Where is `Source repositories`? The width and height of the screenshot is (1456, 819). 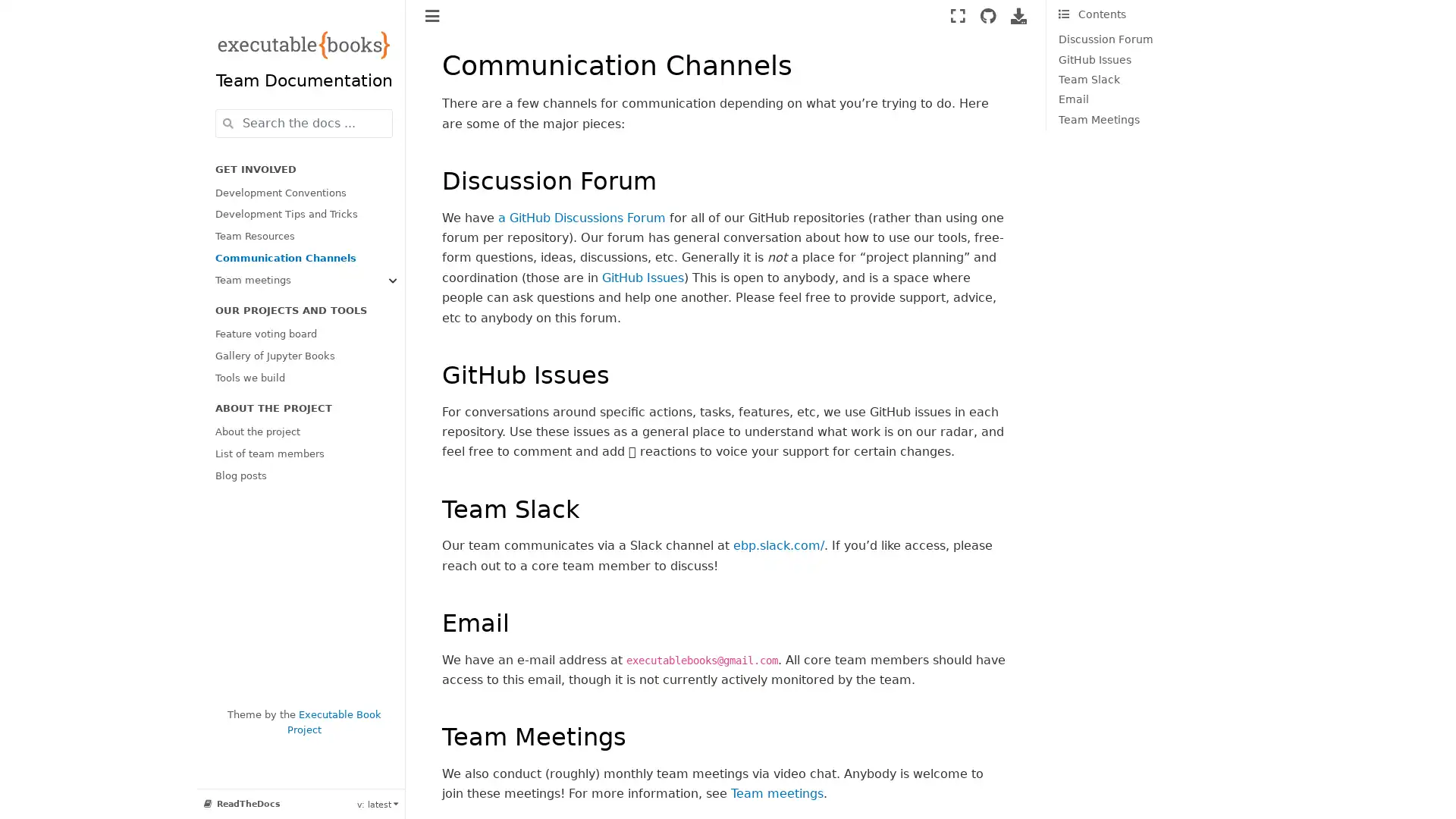
Source repositories is located at coordinates (987, 15).